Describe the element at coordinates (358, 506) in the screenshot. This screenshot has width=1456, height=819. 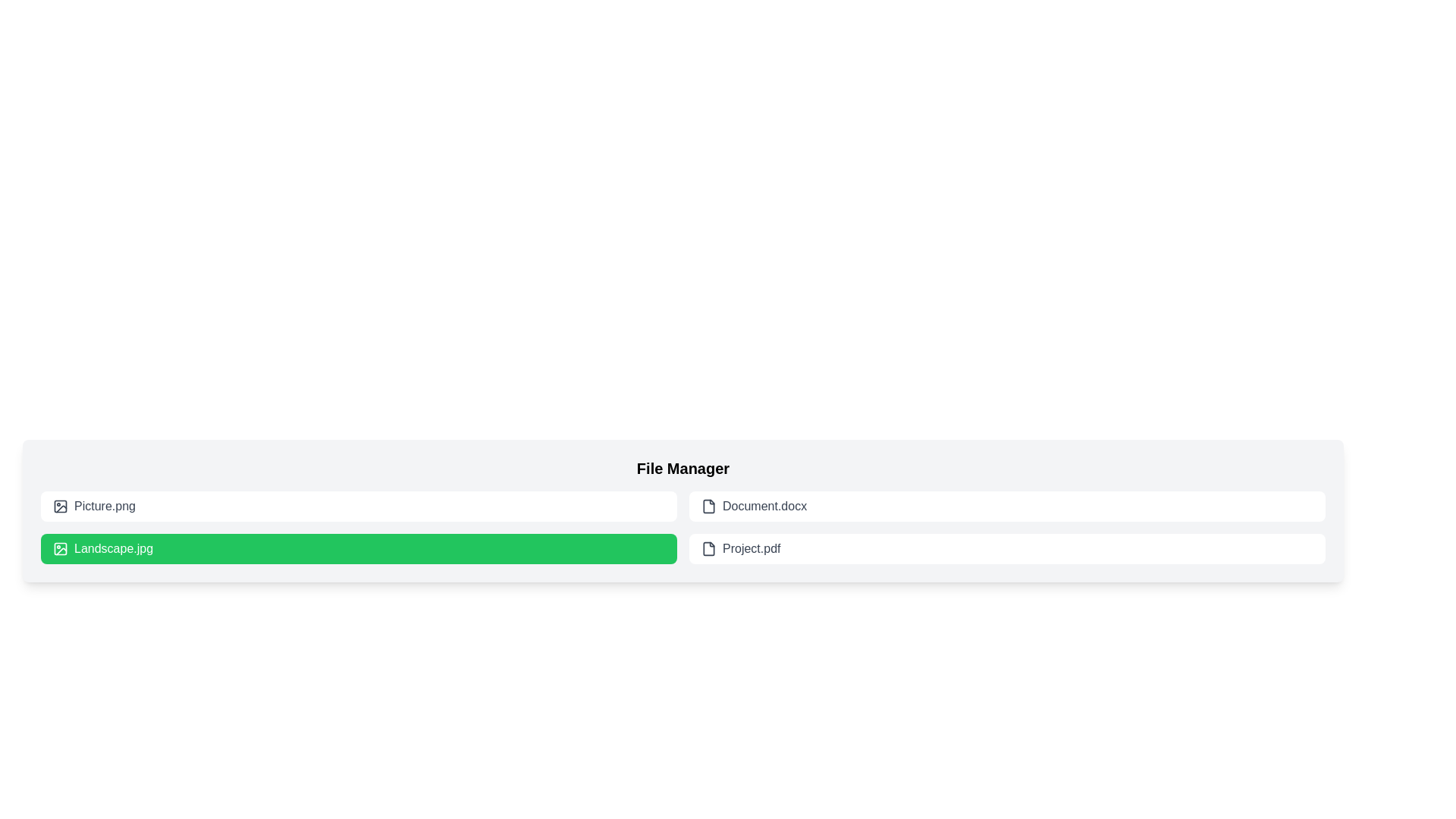
I see `the file item labeled Picture.png` at that location.